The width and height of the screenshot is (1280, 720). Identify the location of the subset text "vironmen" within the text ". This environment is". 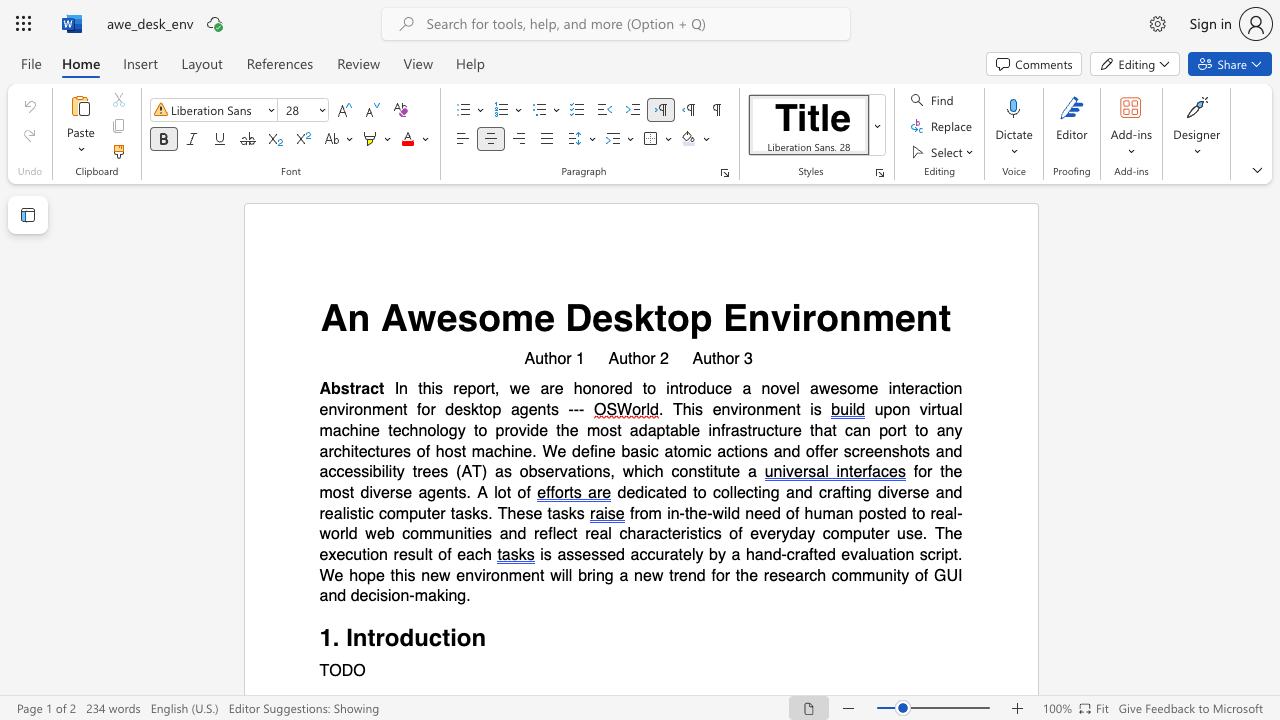
(729, 409).